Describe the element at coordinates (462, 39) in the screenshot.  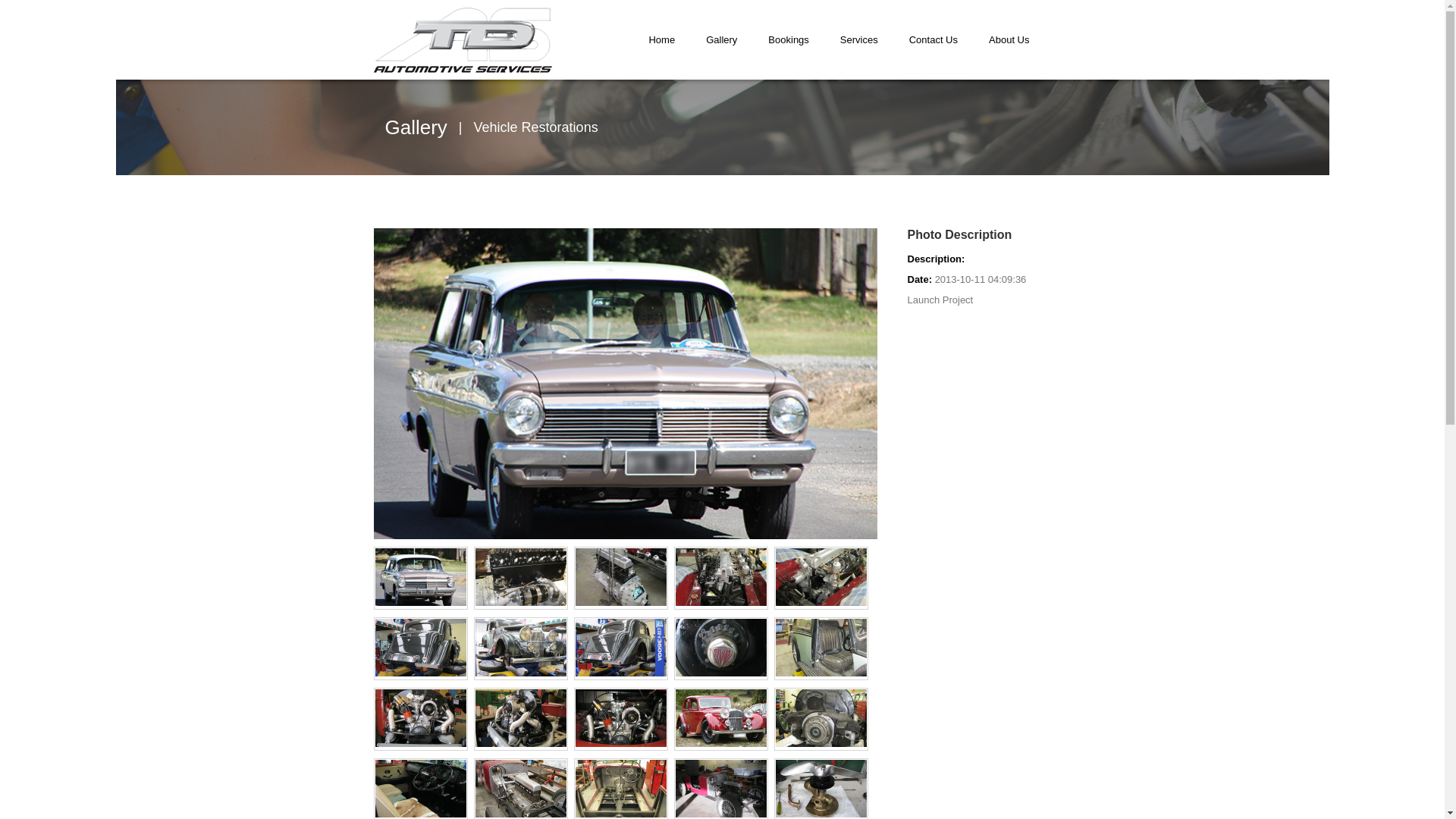
I see `'TD Automotive Services'` at that location.